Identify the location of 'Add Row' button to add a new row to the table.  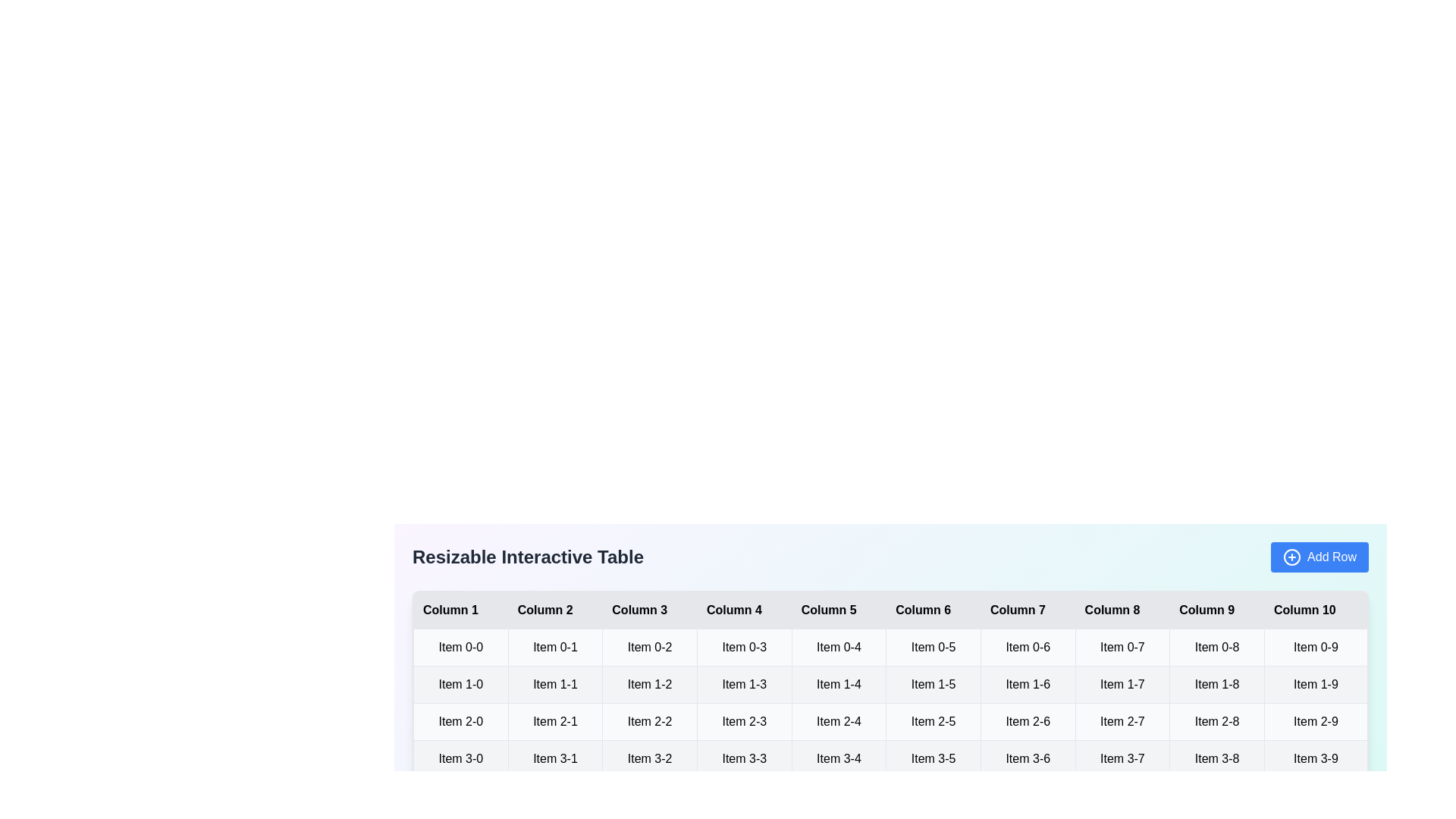
(1319, 557).